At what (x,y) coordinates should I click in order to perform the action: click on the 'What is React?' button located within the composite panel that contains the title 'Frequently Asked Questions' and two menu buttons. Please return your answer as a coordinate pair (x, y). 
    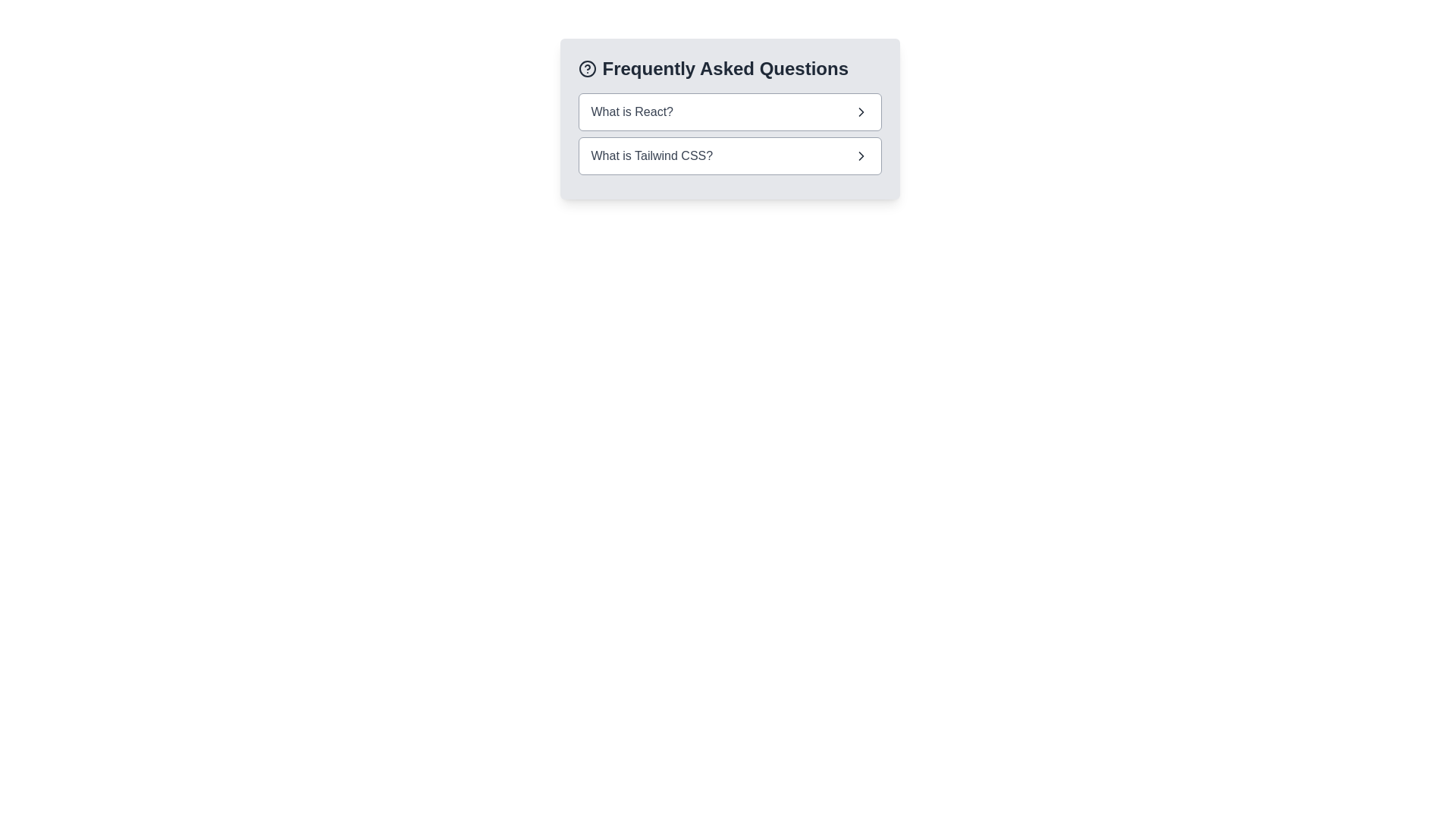
    Looking at the image, I should click on (730, 118).